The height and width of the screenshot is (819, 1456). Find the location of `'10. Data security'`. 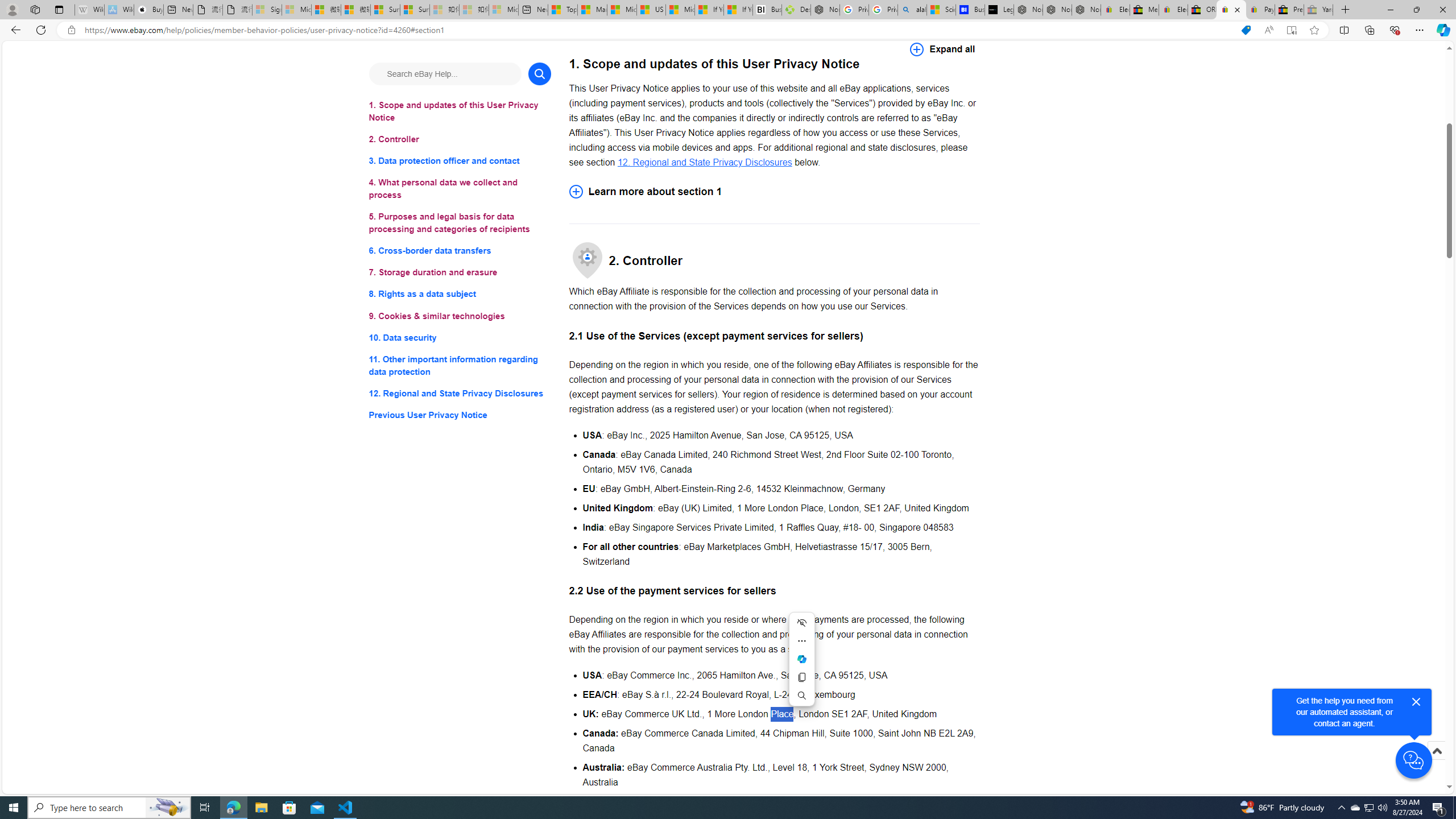

'10. Data security' is located at coordinates (459, 337).